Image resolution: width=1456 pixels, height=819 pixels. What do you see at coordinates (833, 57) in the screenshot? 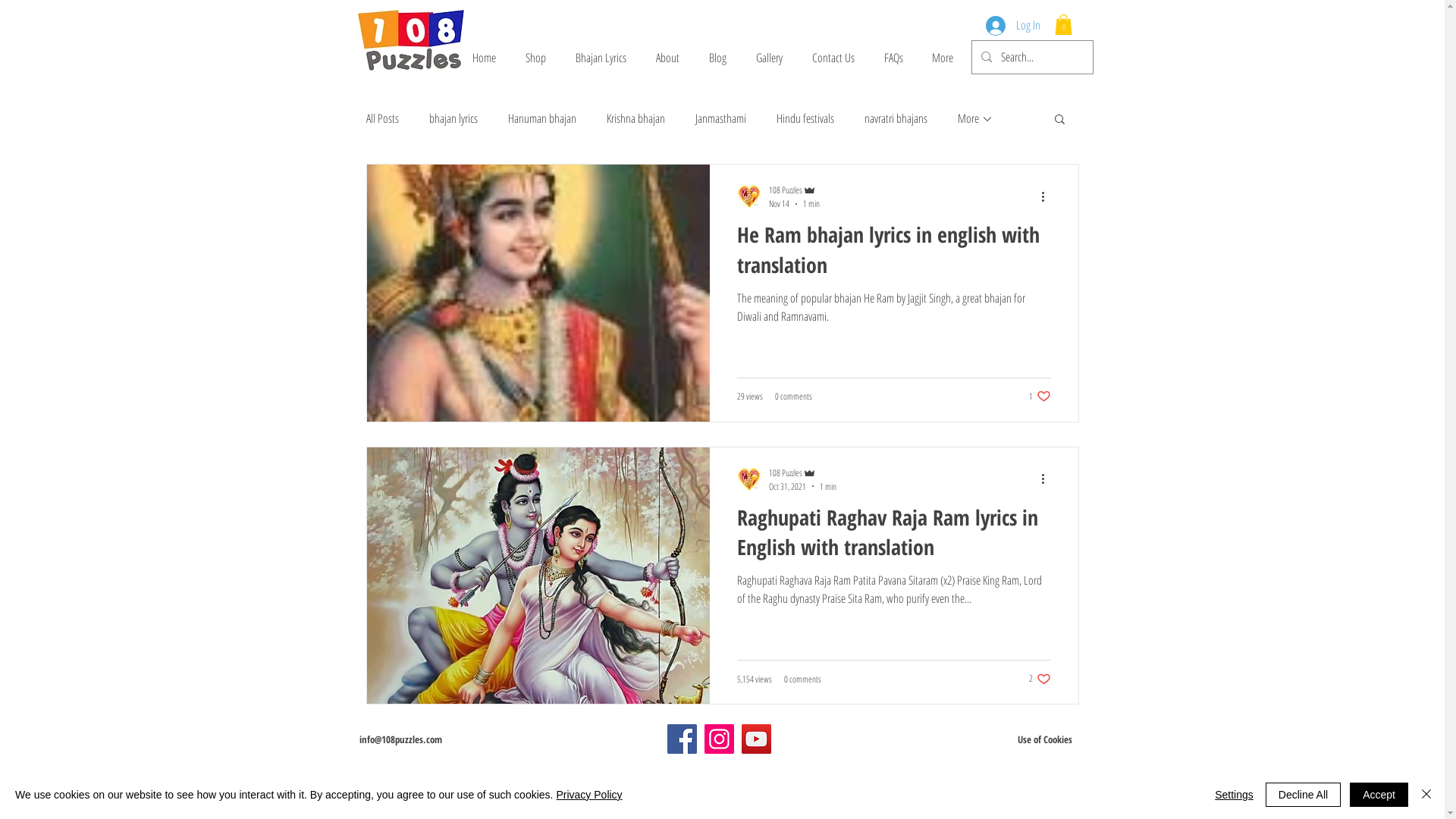
I see `'Contact Us'` at bounding box center [833, 57].